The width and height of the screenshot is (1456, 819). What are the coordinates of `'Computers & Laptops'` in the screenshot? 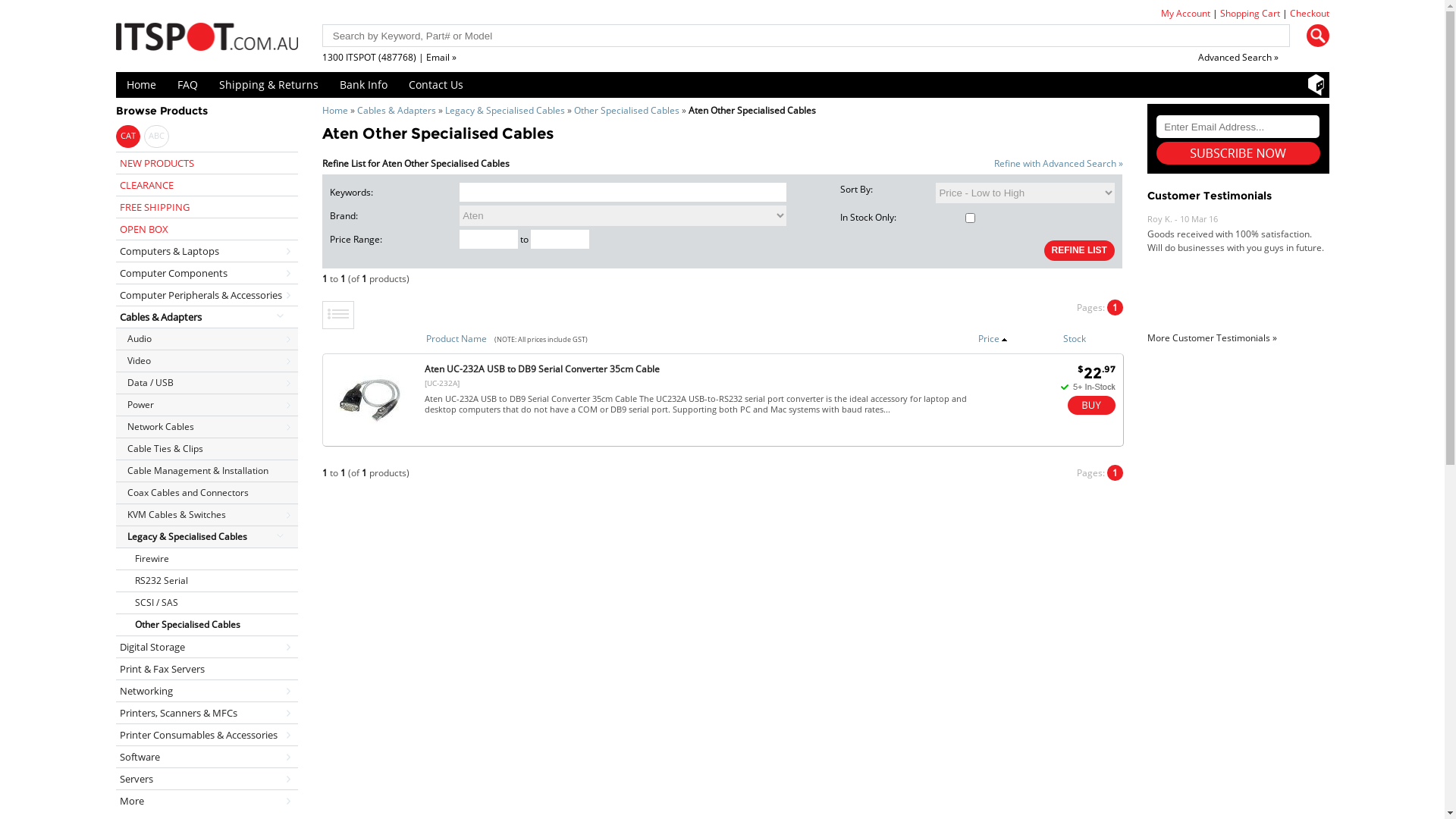 It's located at (115, 249).